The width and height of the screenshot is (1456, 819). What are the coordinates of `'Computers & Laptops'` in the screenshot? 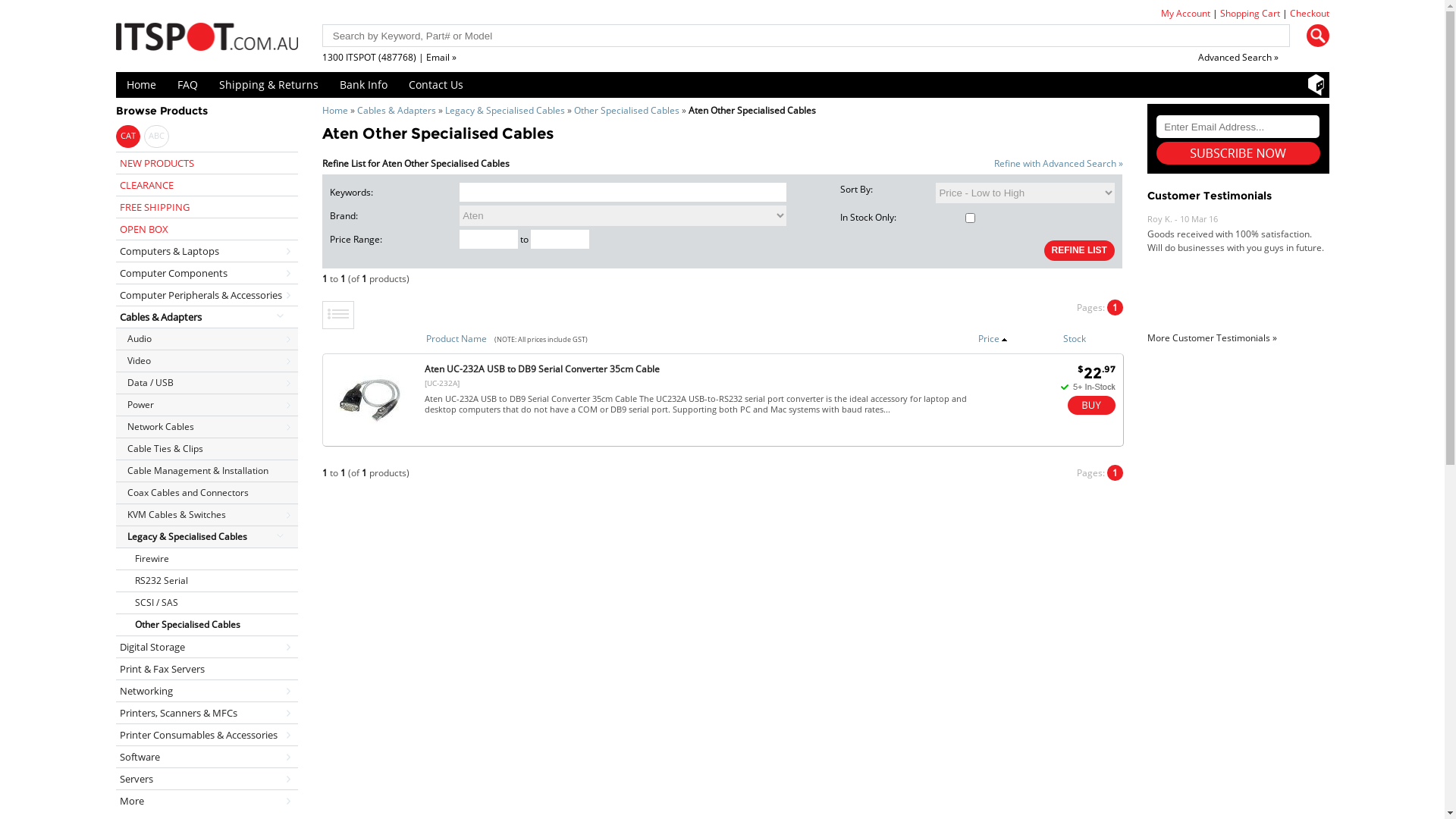 It's located at (115, 249).